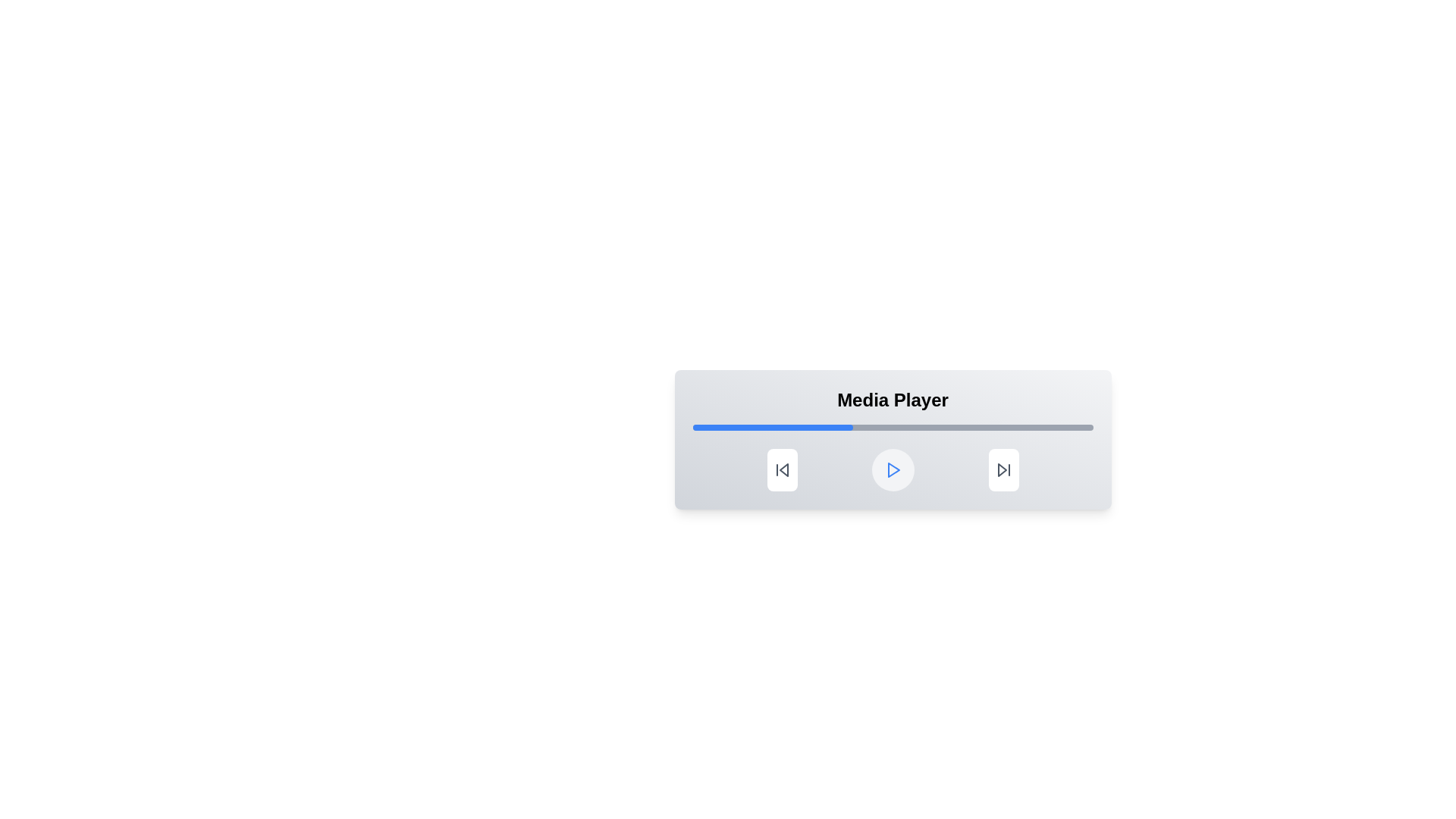 The width and height of the screenshot is (1456, 819). Describe the element at coordinates (893, 457) in the screenshot. I see `the Play button located in the center of the media controls section` at that location.